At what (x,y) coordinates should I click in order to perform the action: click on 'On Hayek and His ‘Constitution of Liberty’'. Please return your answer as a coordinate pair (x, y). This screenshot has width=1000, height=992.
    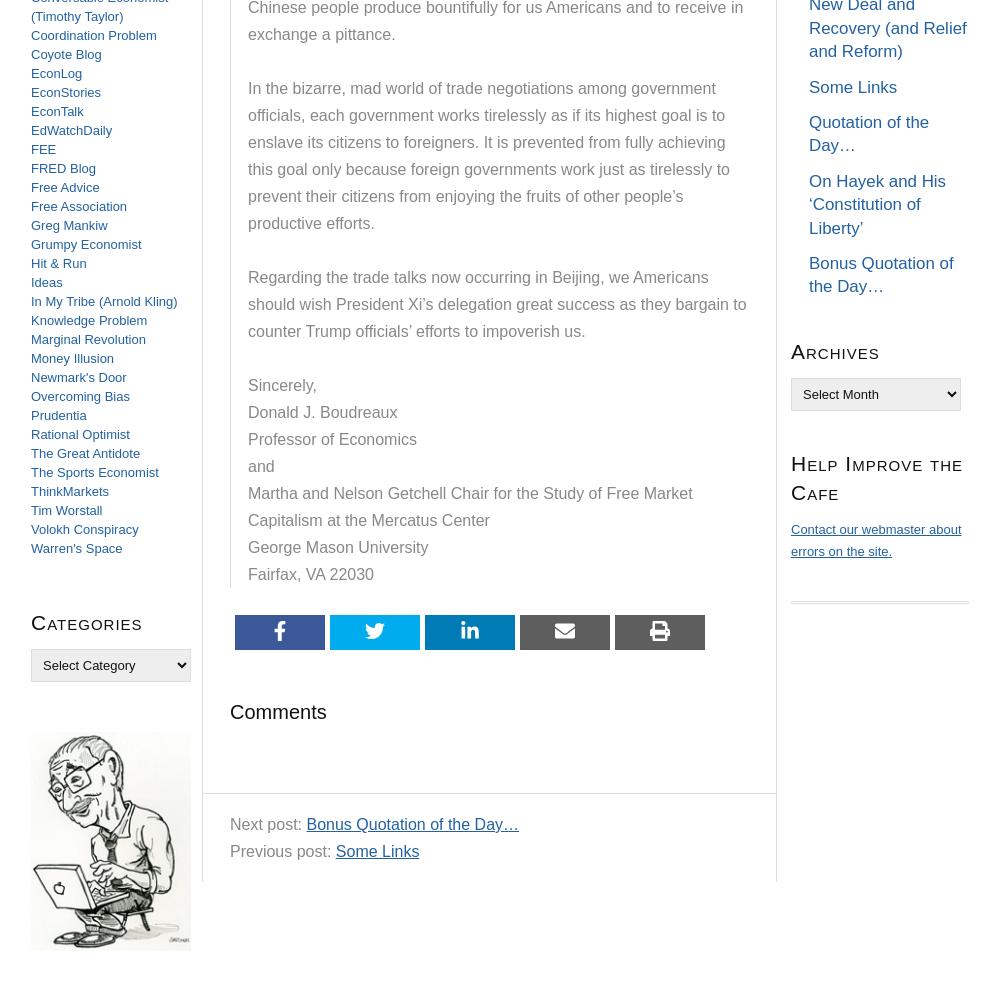
    Looking at the image, I should click on (877, 202).